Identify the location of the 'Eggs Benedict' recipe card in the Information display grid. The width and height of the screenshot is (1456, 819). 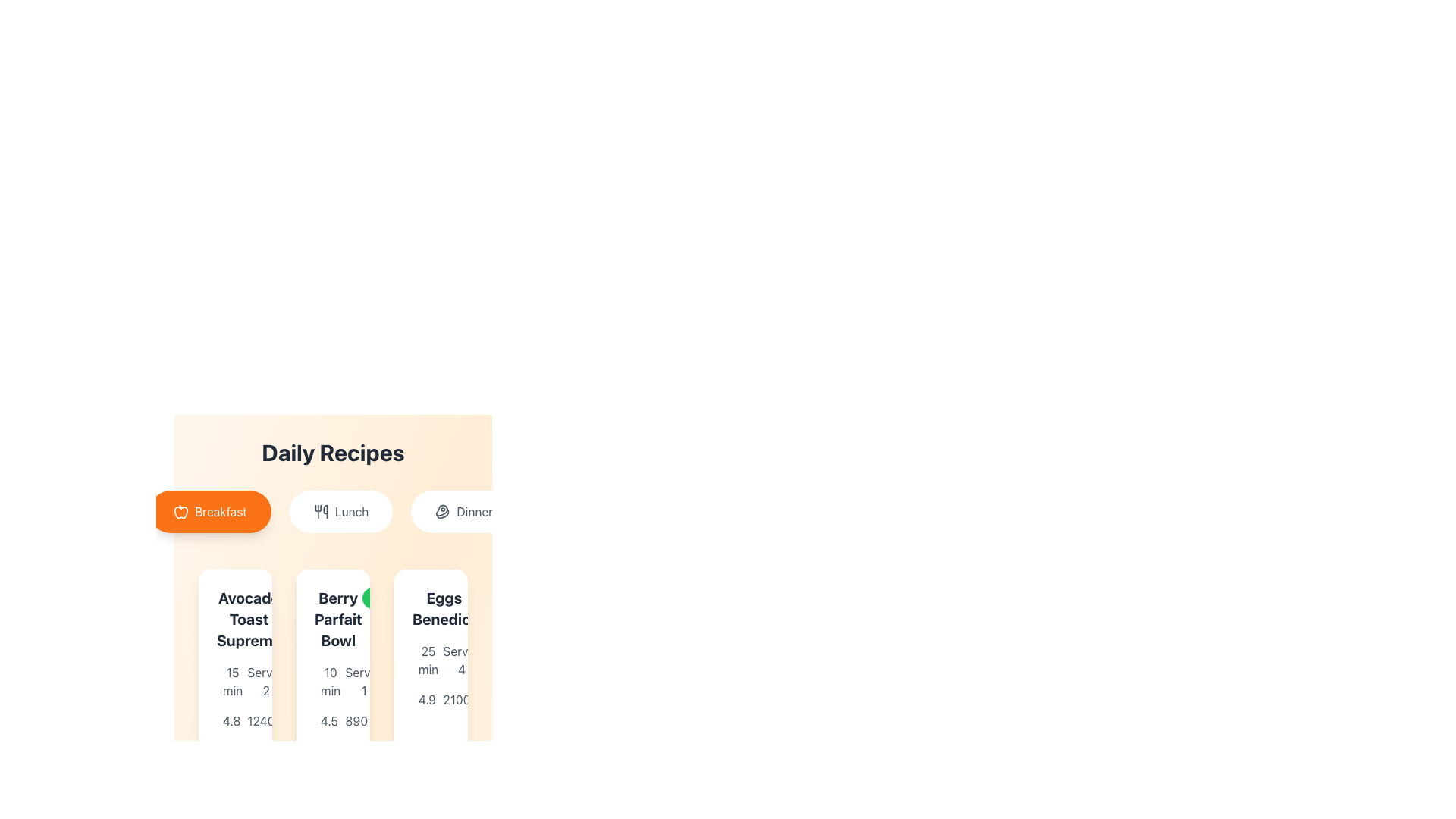
(430, 675).